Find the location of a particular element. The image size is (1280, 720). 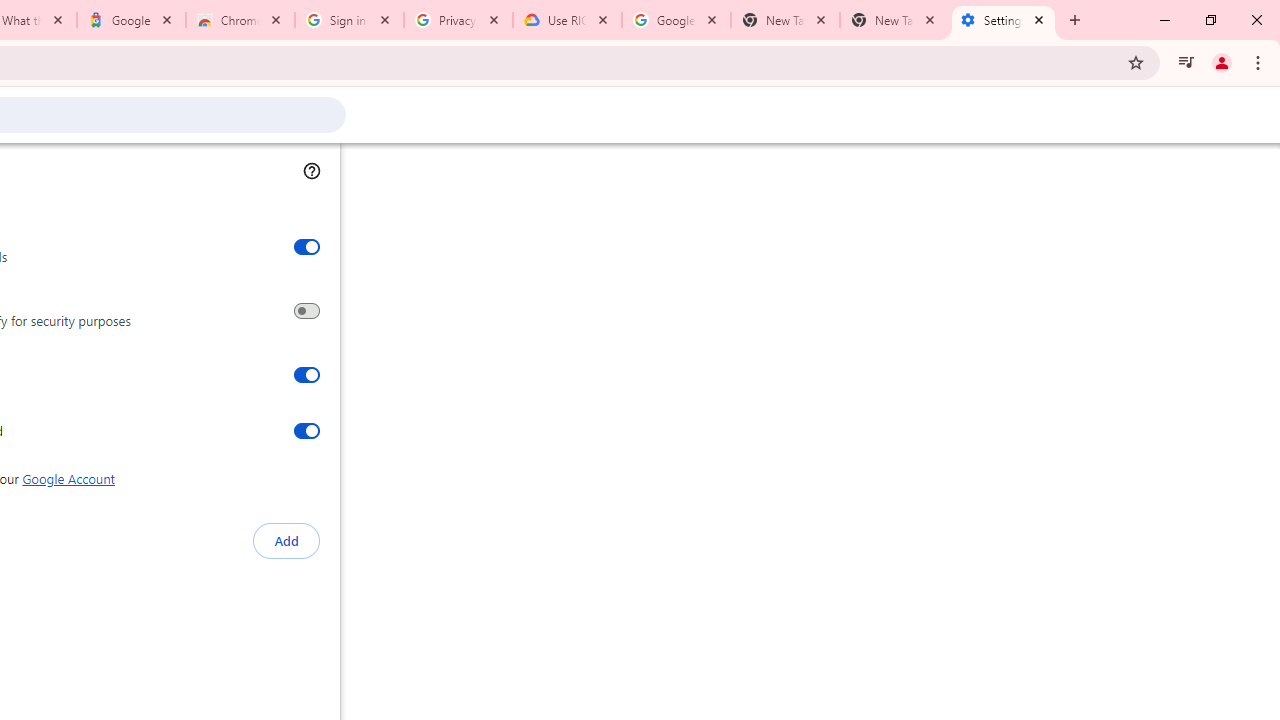

'New Tab' is located at coordinates (893, 20).